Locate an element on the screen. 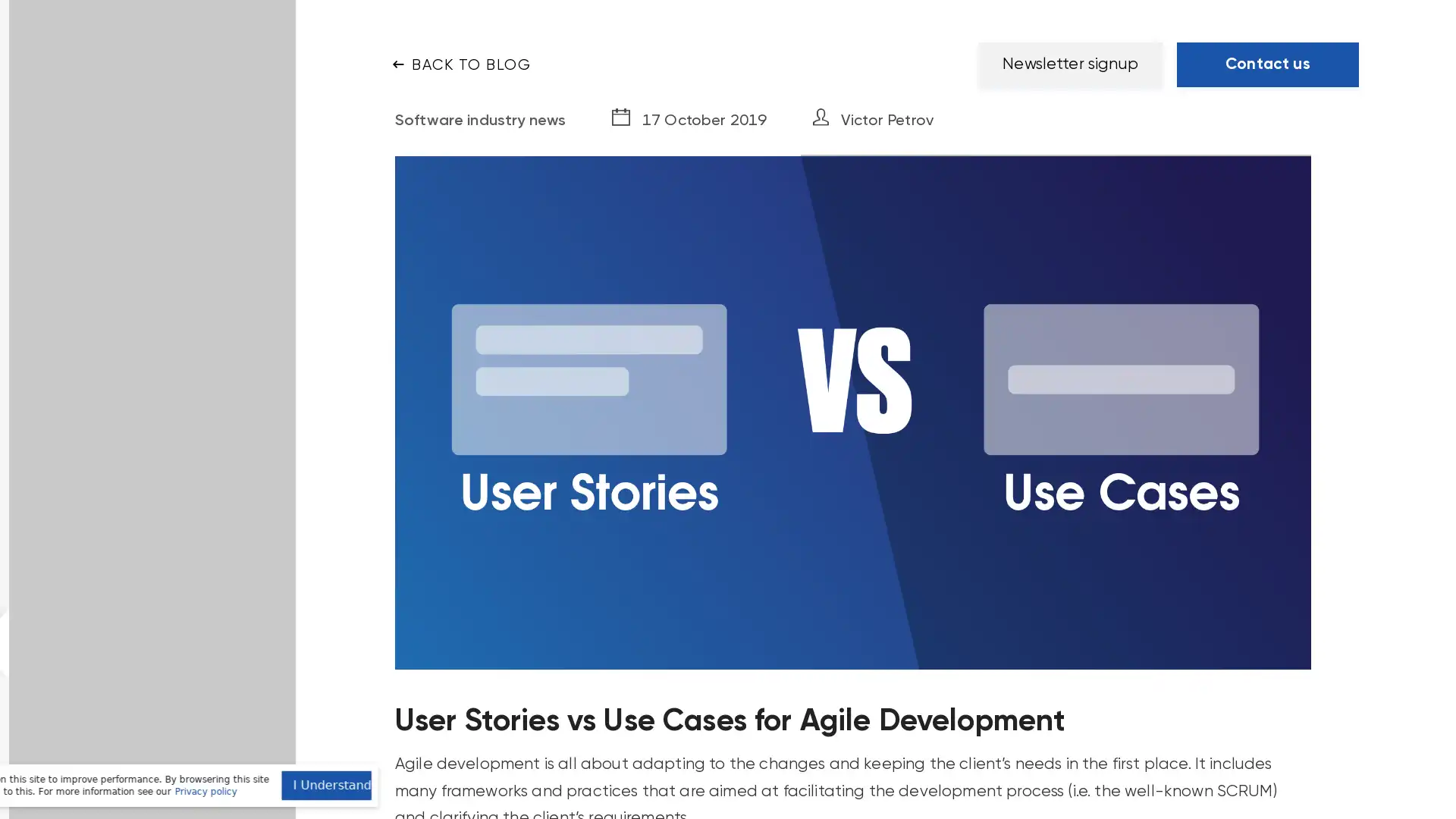  Newsletter signup is located at coordinates (1069, 63).